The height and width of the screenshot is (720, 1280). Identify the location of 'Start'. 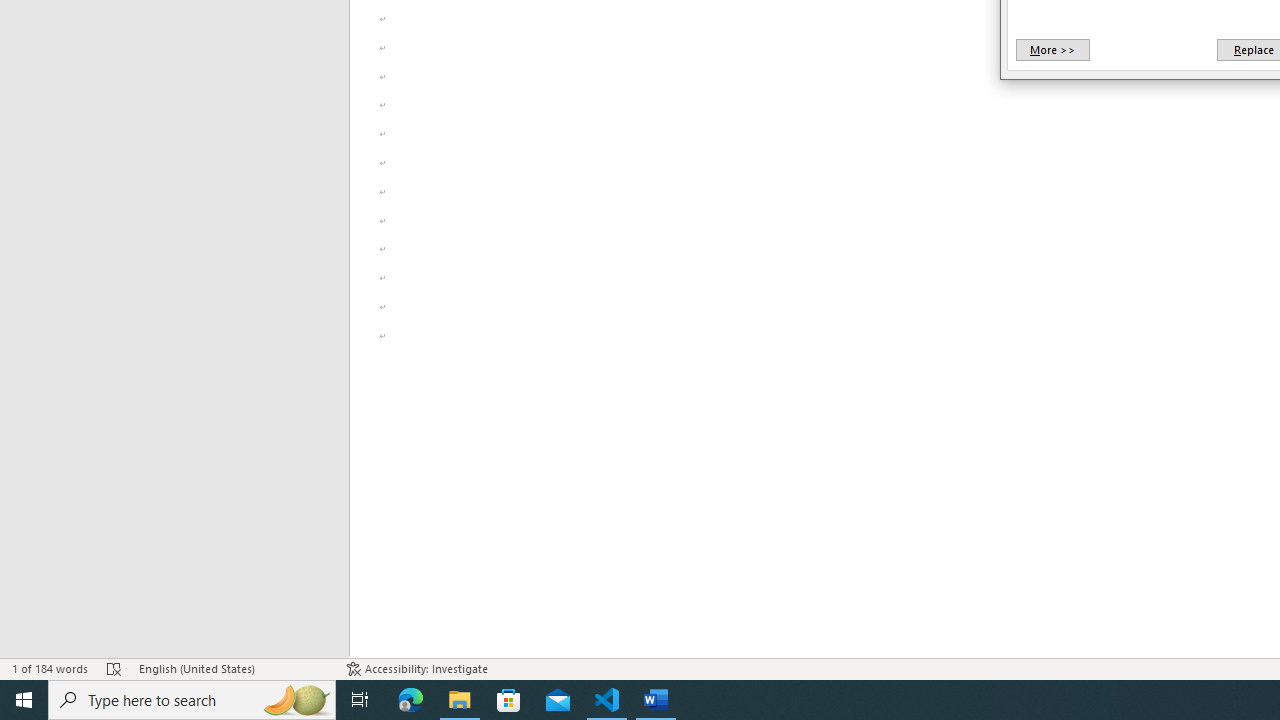
(24, 698).